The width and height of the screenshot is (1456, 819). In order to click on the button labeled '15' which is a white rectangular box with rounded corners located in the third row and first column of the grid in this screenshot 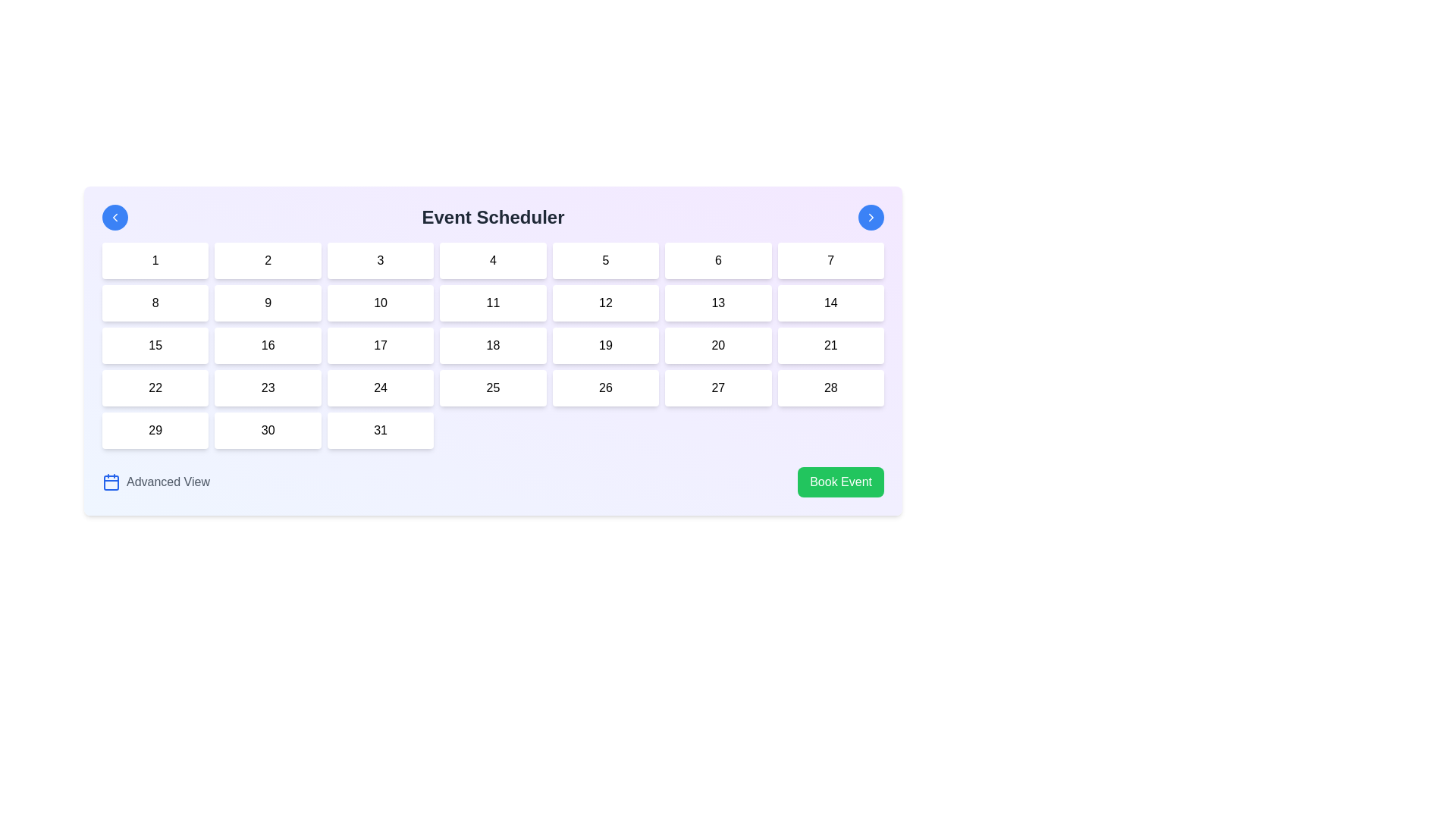, I will do `click(155, 345)`.